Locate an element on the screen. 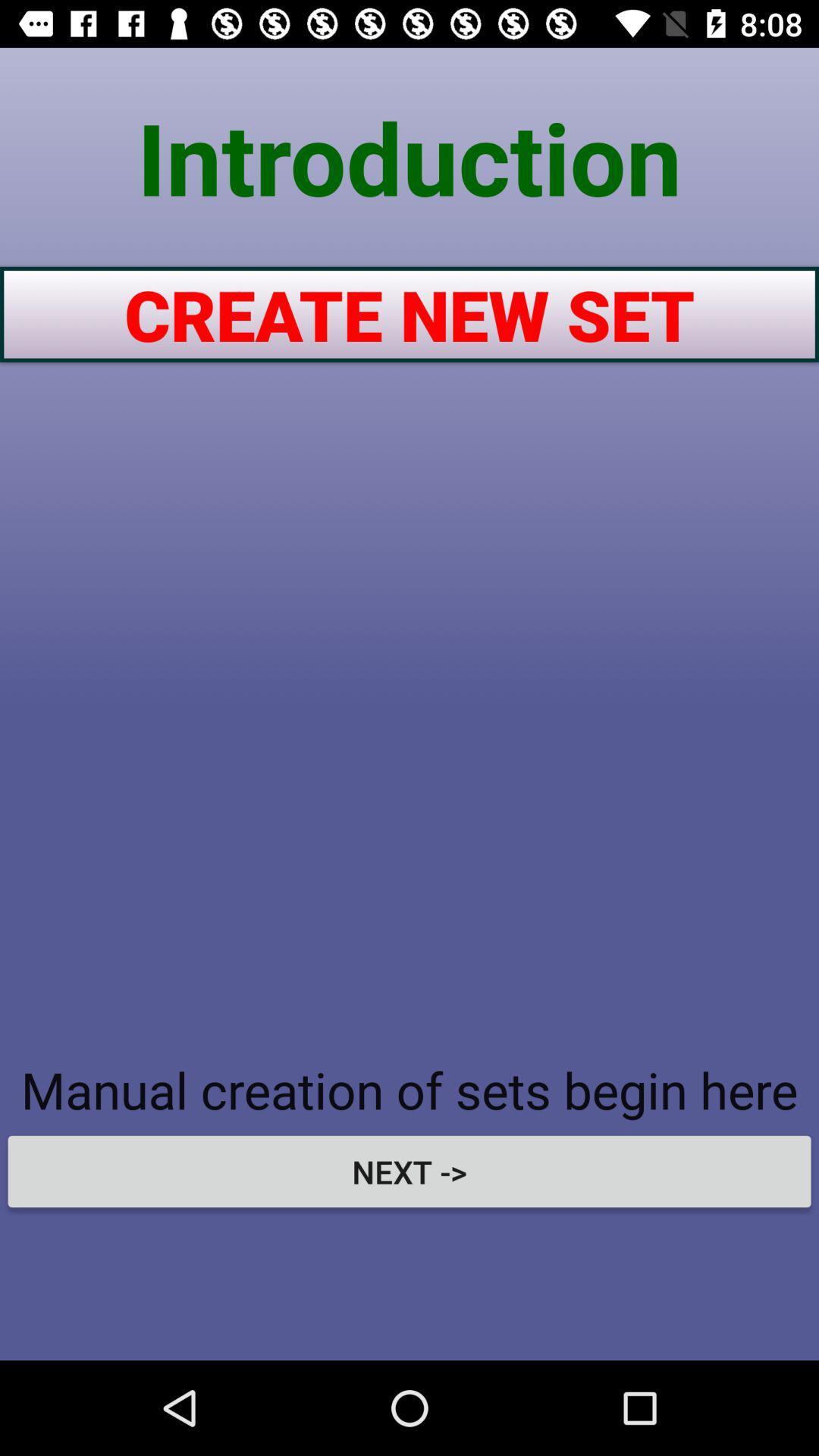 The image size is (819, 1456). item below the manual creation of app is located at coordinates (409, 1171).